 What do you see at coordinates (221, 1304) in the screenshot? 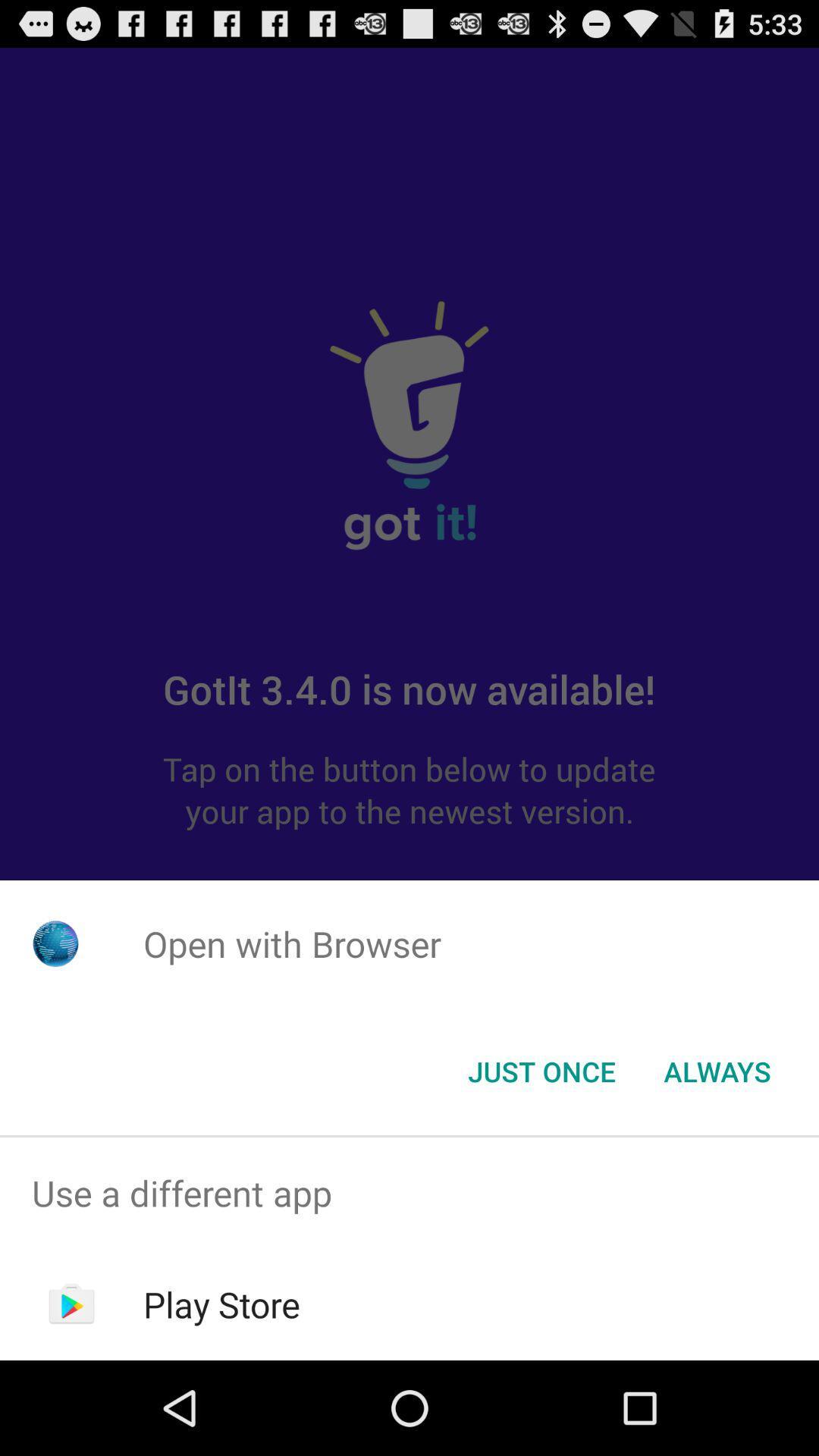
I see `the icon below the use a different item` at bounding box center [221, 1304].